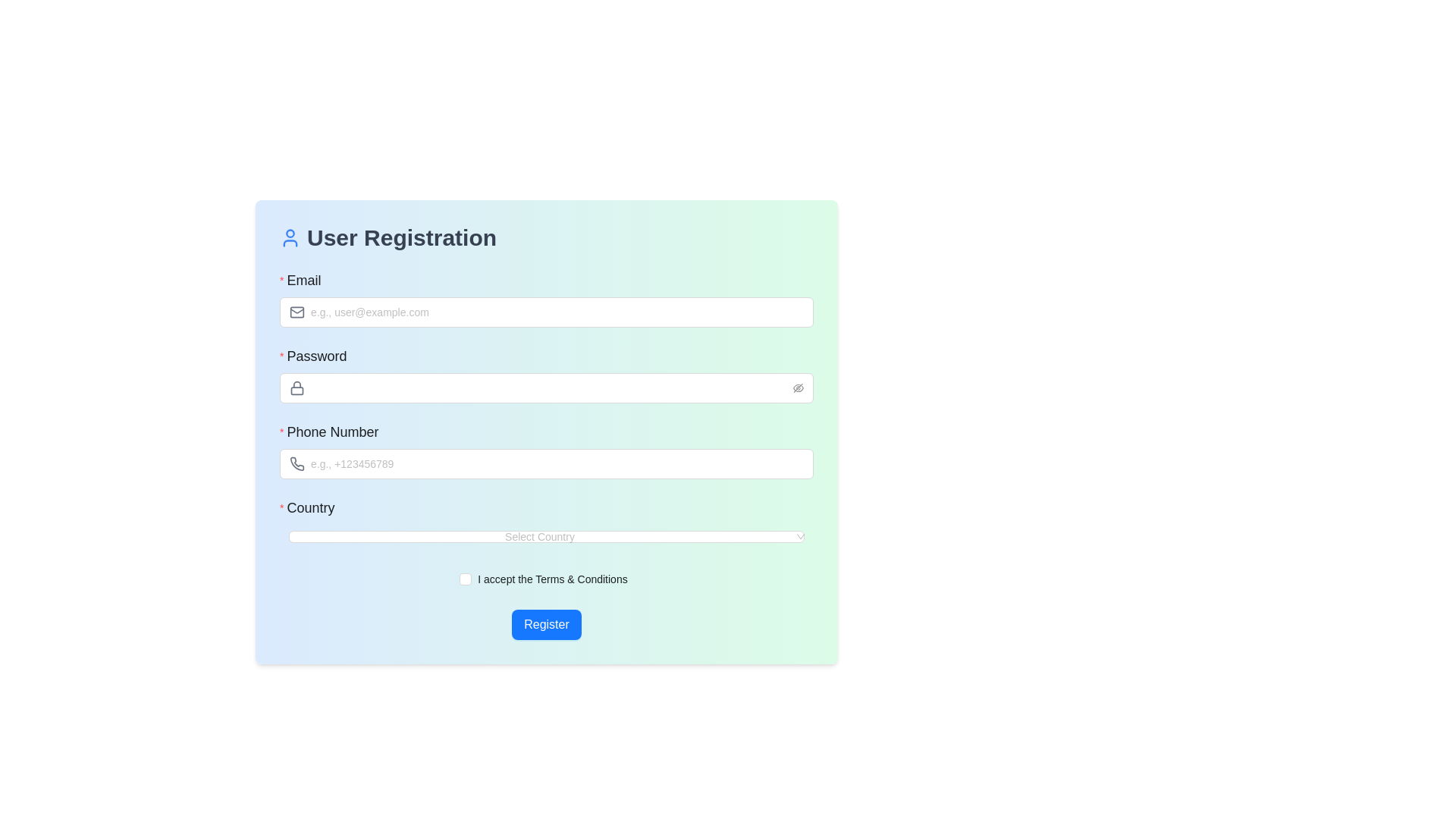 This screenshot has width=1456, height=819. Describe the element at coordinates (546, 298) in the screenshot. I see `the 'Email' input field, which is the first input field in the form labeled 'Email', located below the 'User Registration' heading and above the 'Password' input field` at that location.